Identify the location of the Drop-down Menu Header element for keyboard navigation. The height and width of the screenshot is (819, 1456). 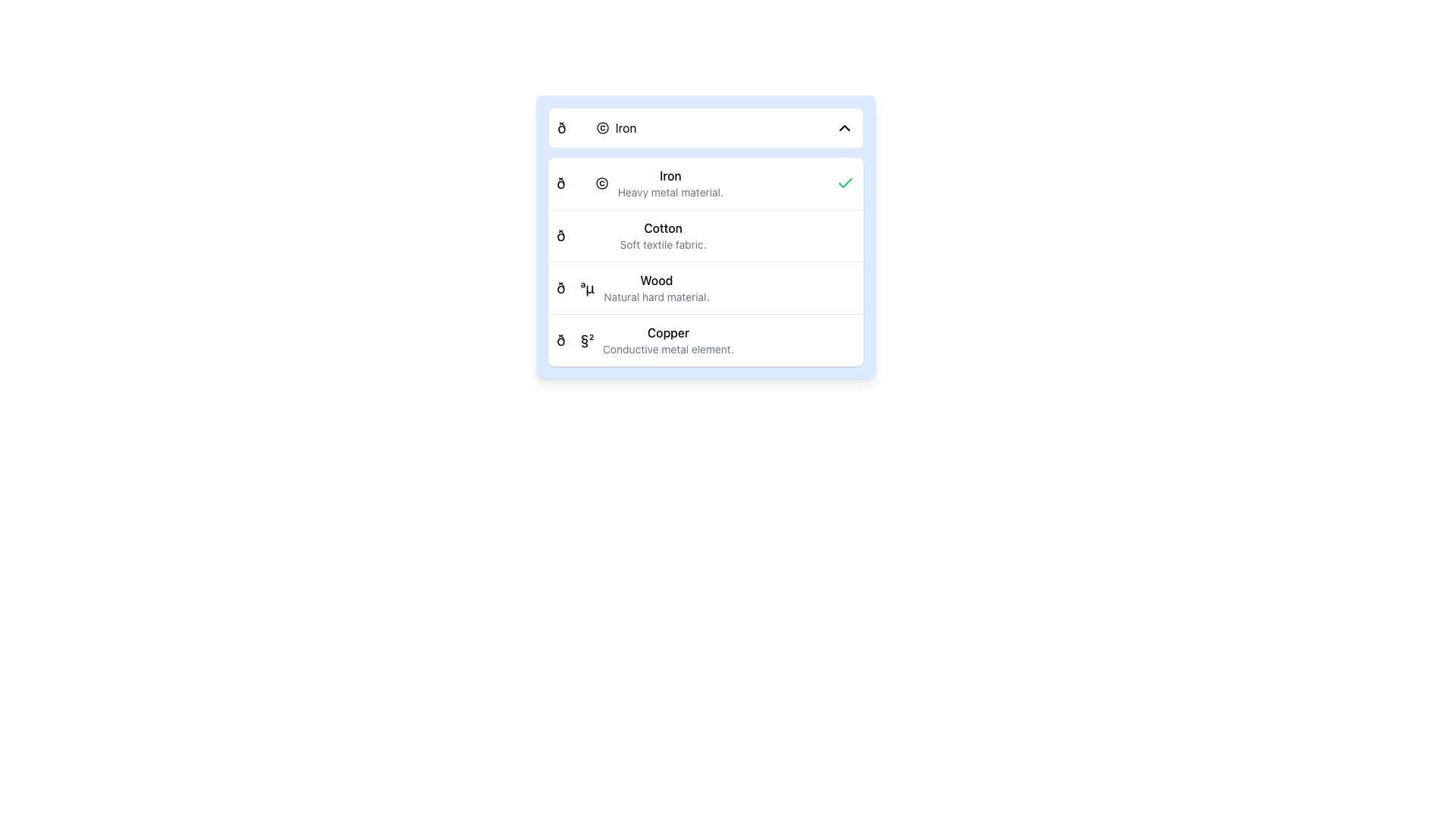
(704, 127).